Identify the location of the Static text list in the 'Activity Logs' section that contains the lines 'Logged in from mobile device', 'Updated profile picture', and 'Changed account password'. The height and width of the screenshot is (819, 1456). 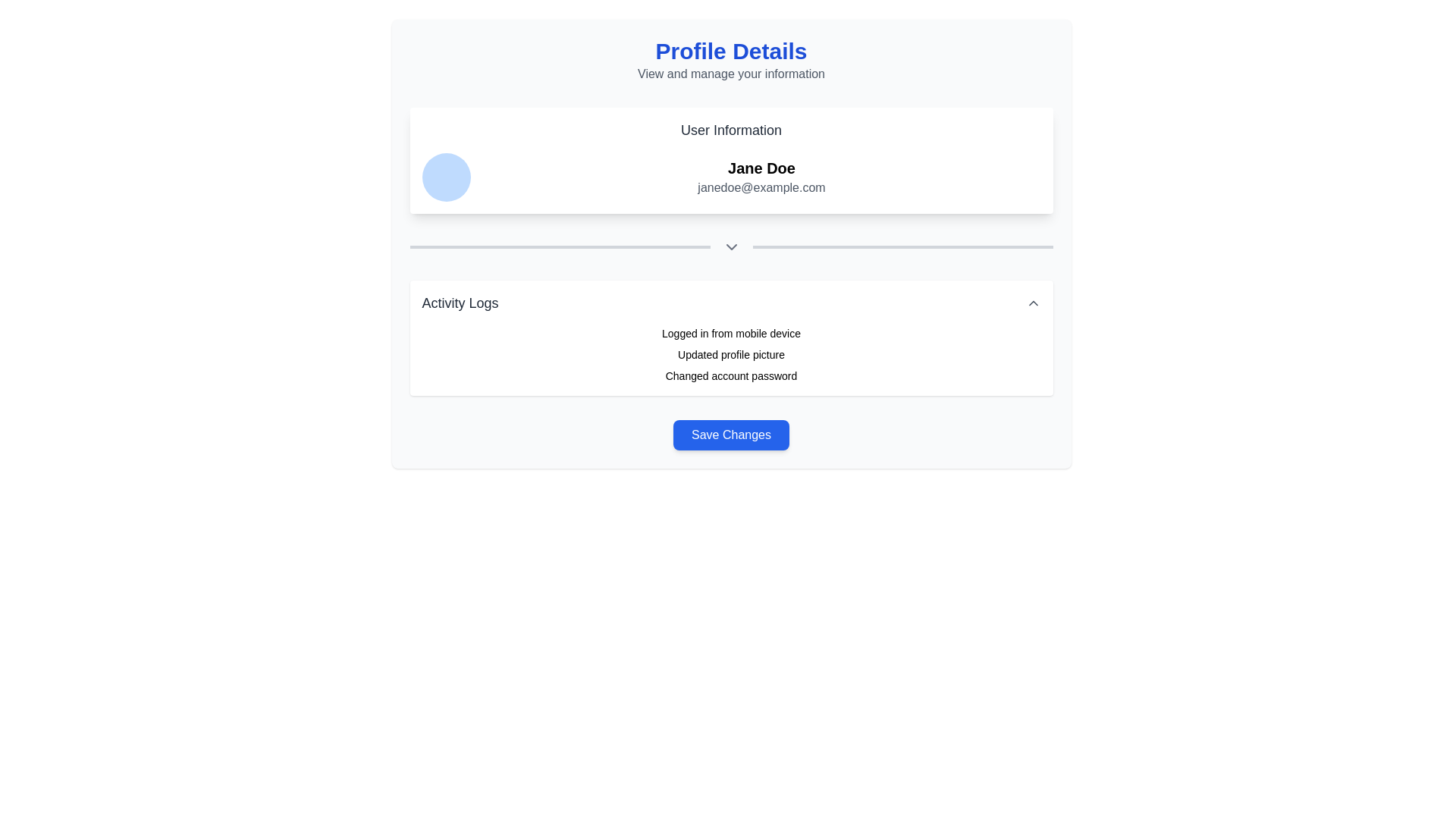
(731, 354).